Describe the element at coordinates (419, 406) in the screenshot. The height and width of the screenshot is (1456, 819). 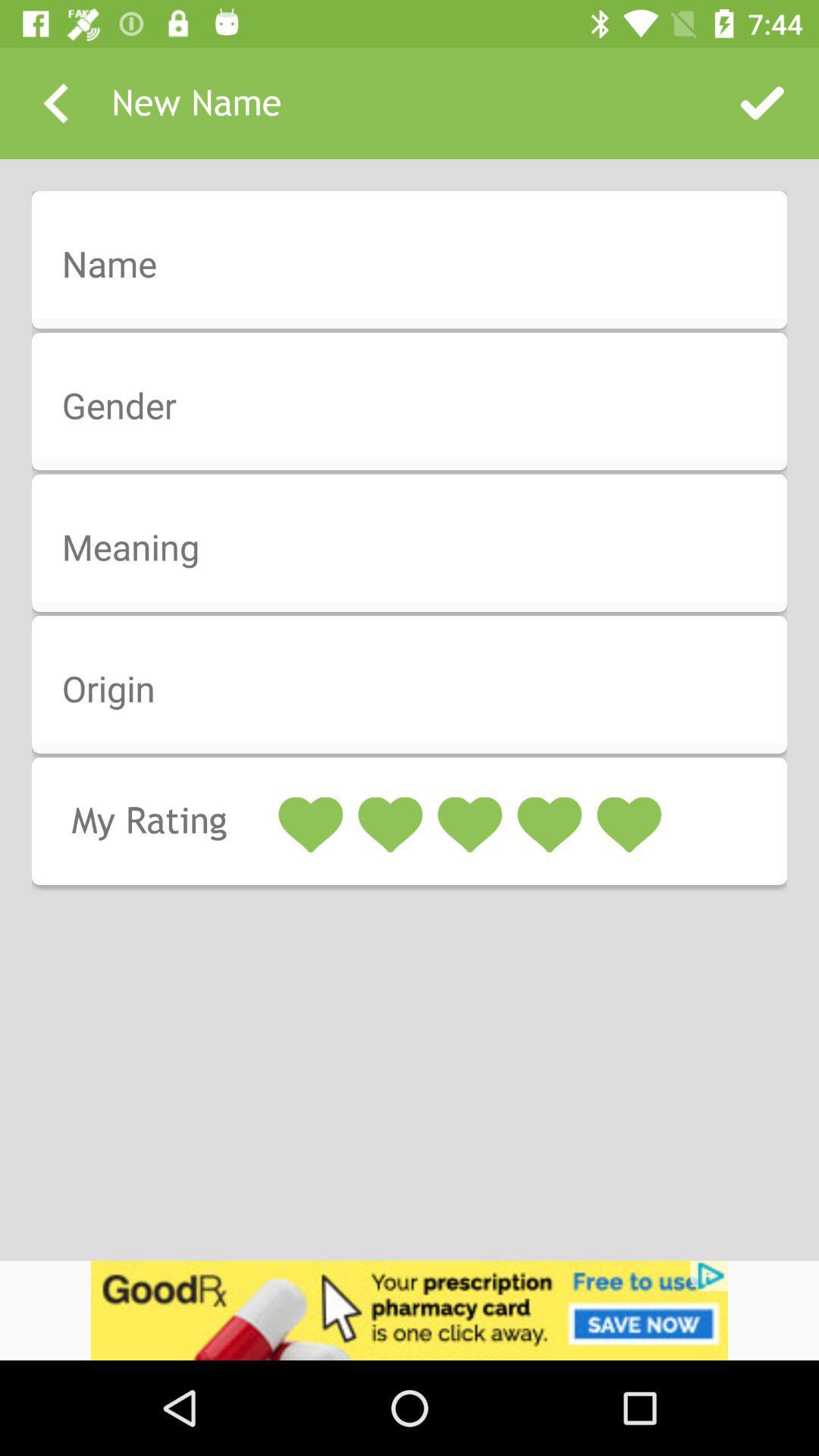
I see `gender` at that location.